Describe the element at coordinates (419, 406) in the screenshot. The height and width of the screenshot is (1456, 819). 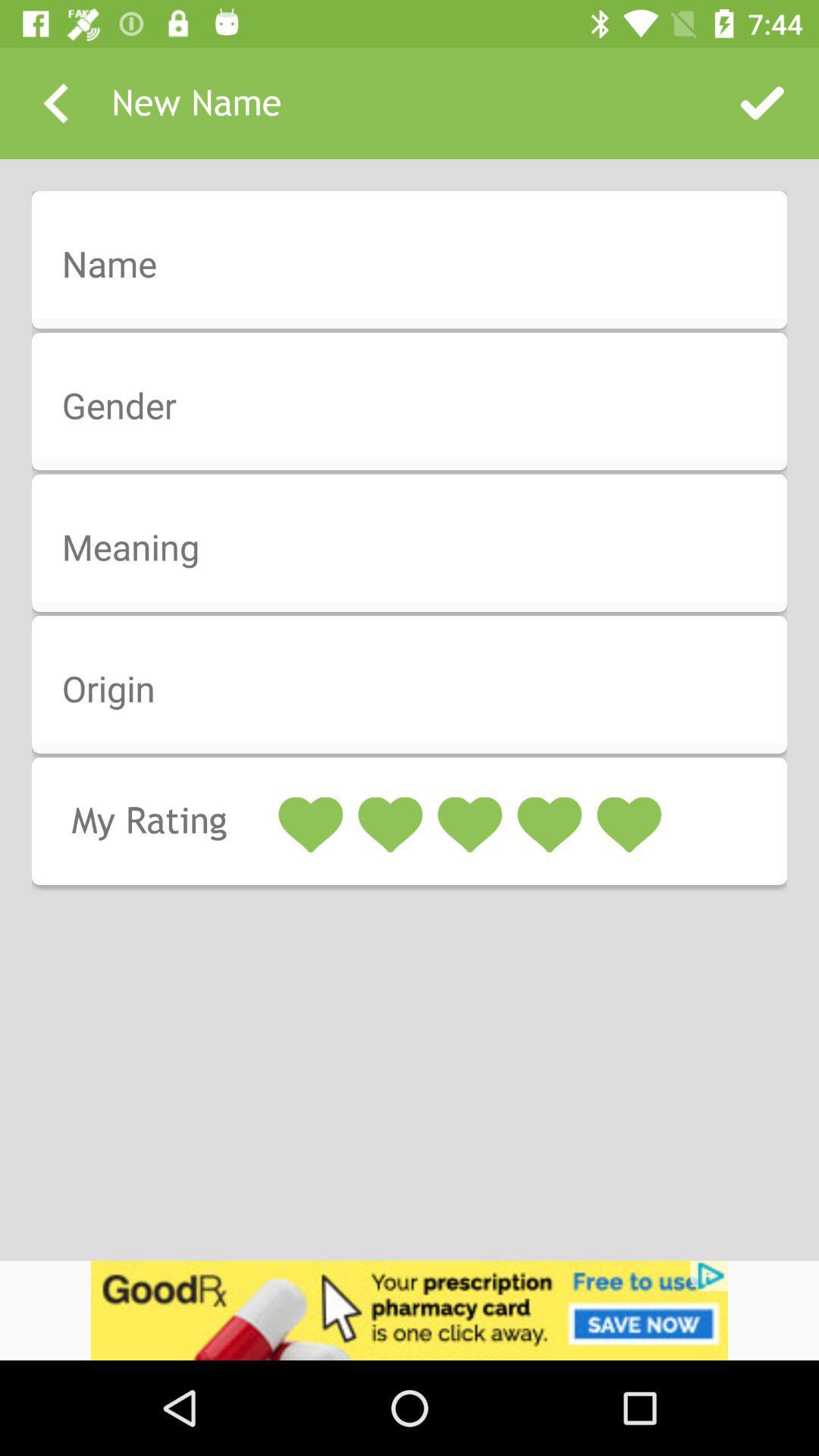
I see `gender` at that location.